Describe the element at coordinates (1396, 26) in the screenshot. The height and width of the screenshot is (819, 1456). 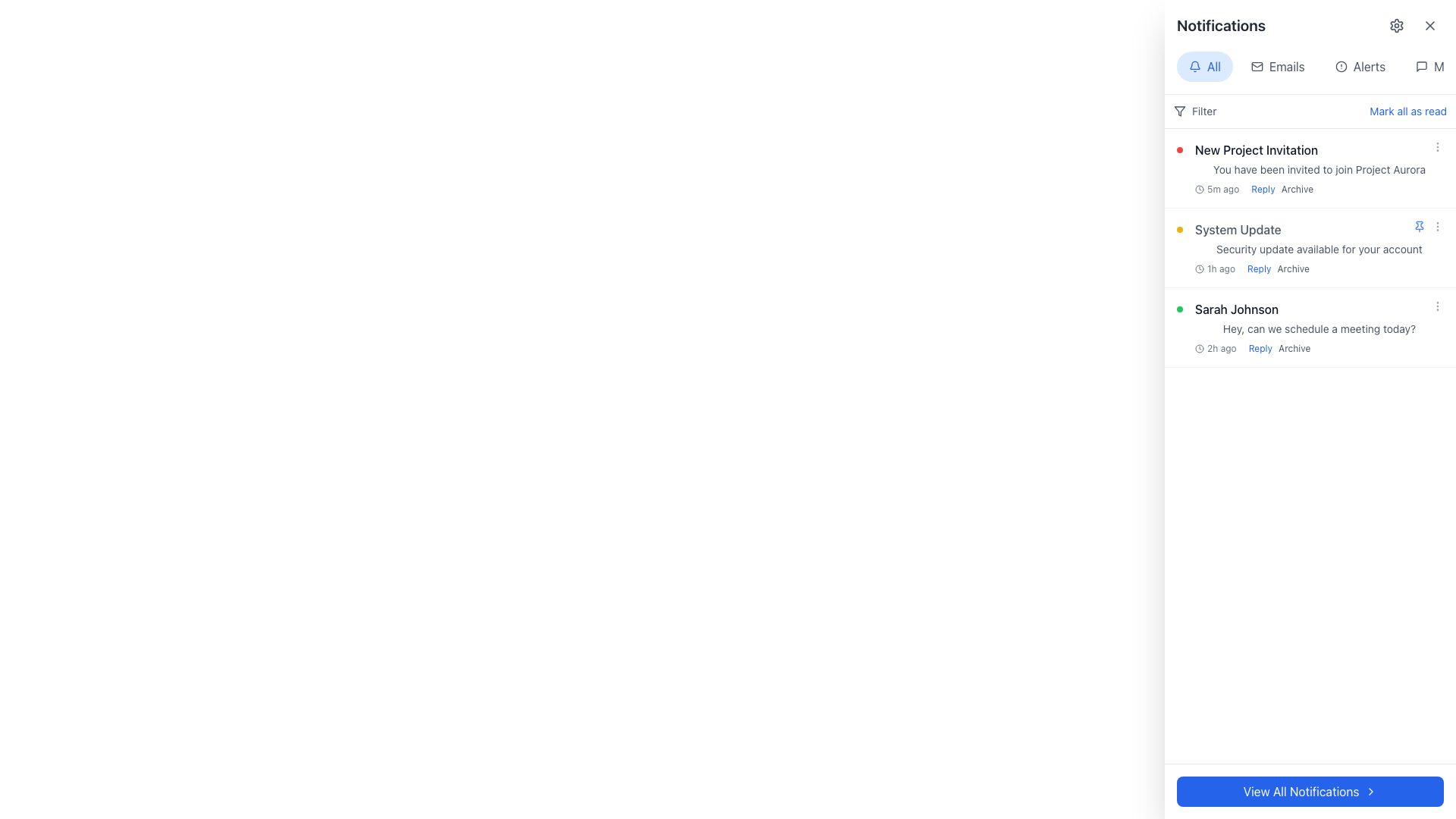
I see `the gear icon for settings located in the top-right corner of the notification panel, to the left of the close button` at that location.